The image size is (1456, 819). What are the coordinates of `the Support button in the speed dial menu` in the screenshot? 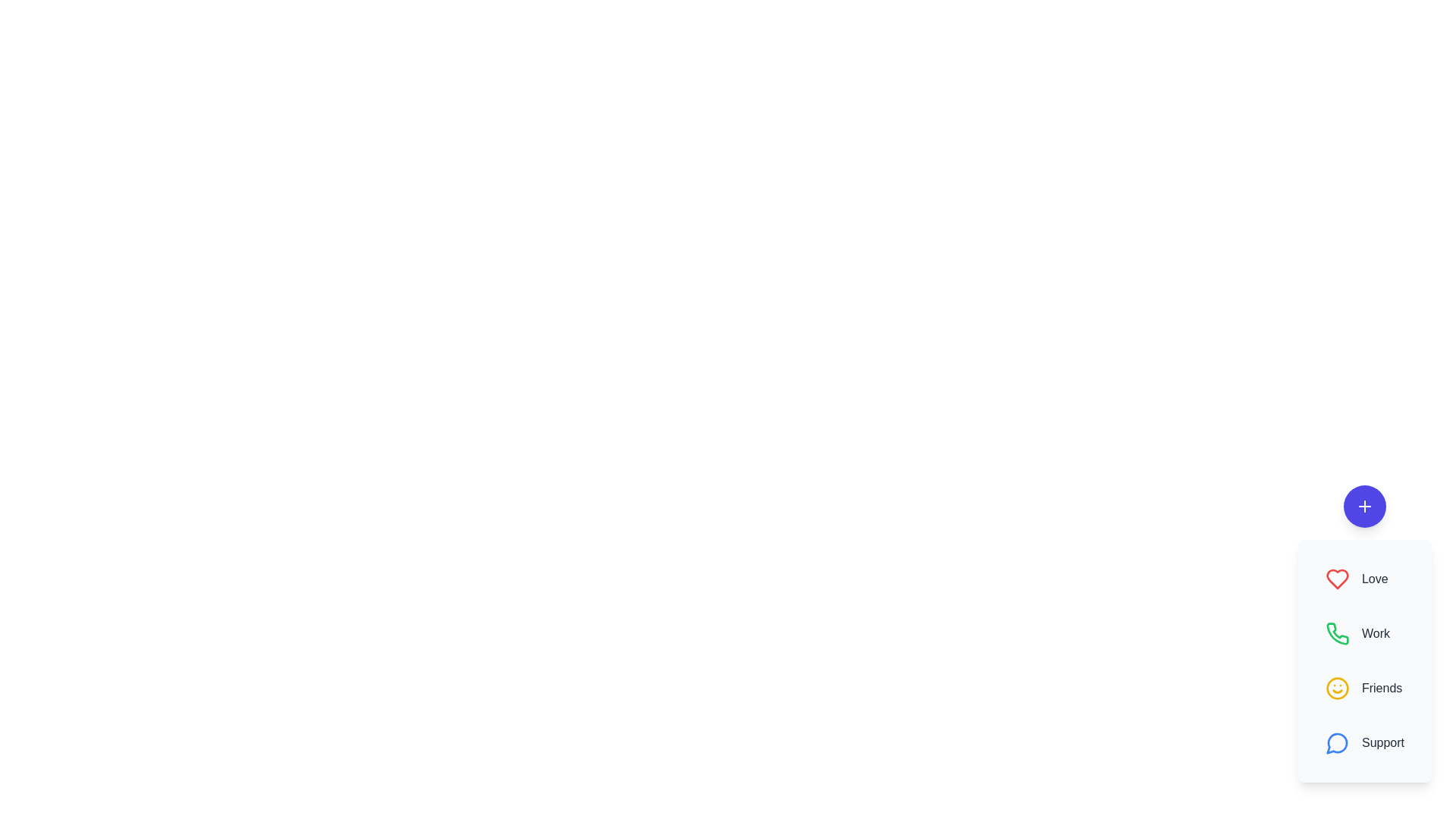 It's located at (1365, 742).